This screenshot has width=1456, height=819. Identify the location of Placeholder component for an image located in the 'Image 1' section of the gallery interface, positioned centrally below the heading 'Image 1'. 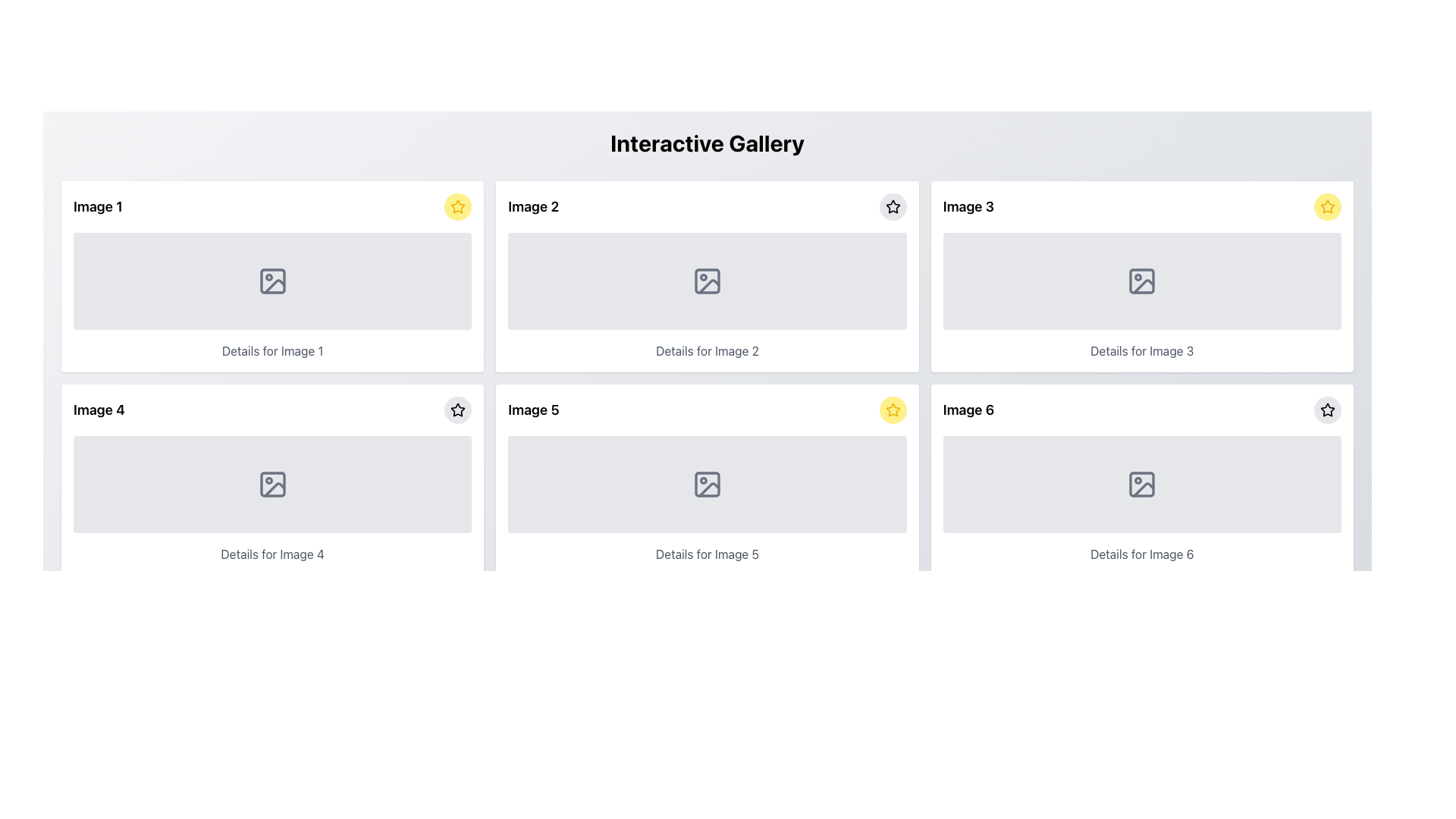
(272, 281).